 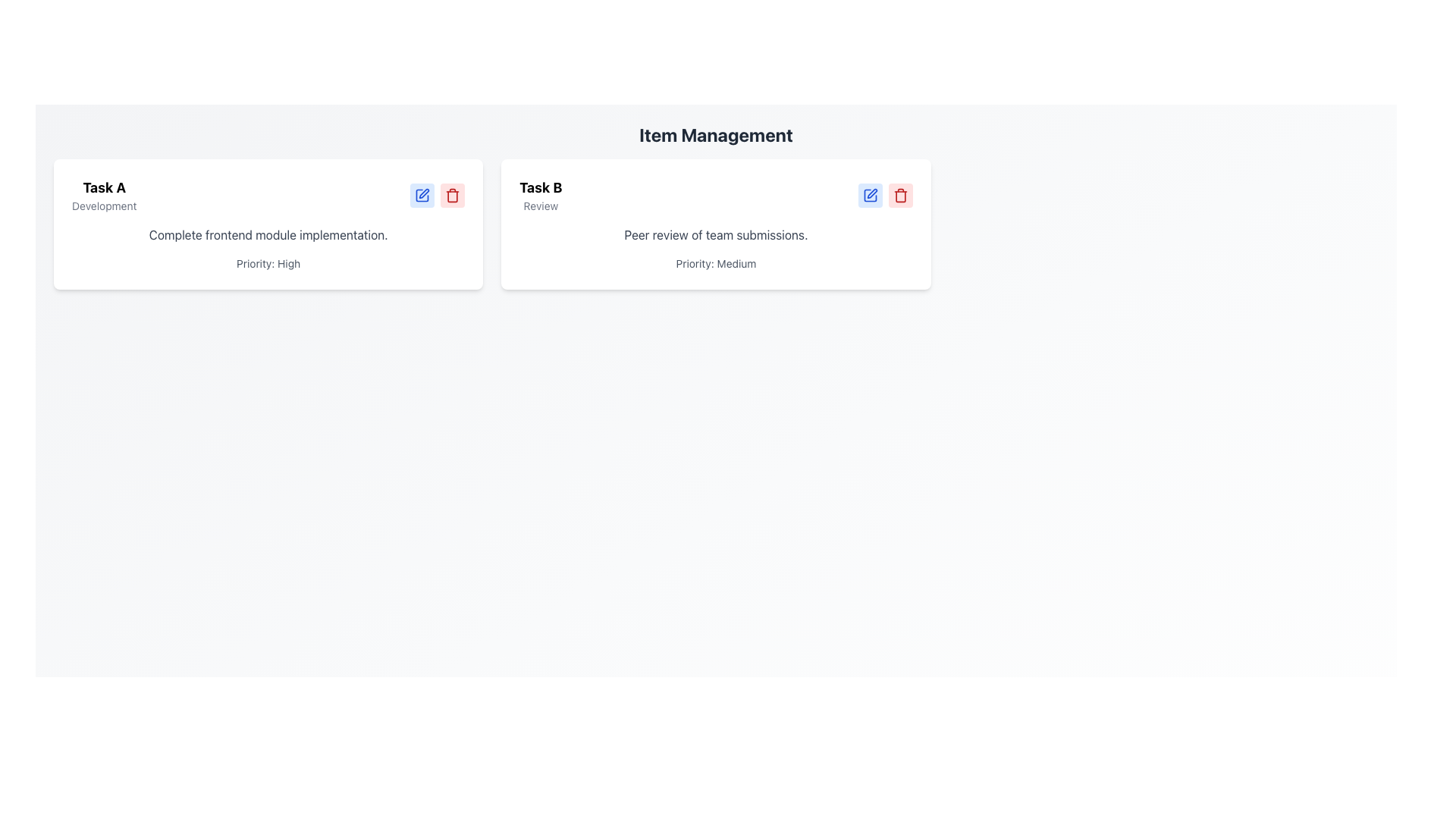 I want to click on the first task card in the grid layout, so click(x=268, y=224).